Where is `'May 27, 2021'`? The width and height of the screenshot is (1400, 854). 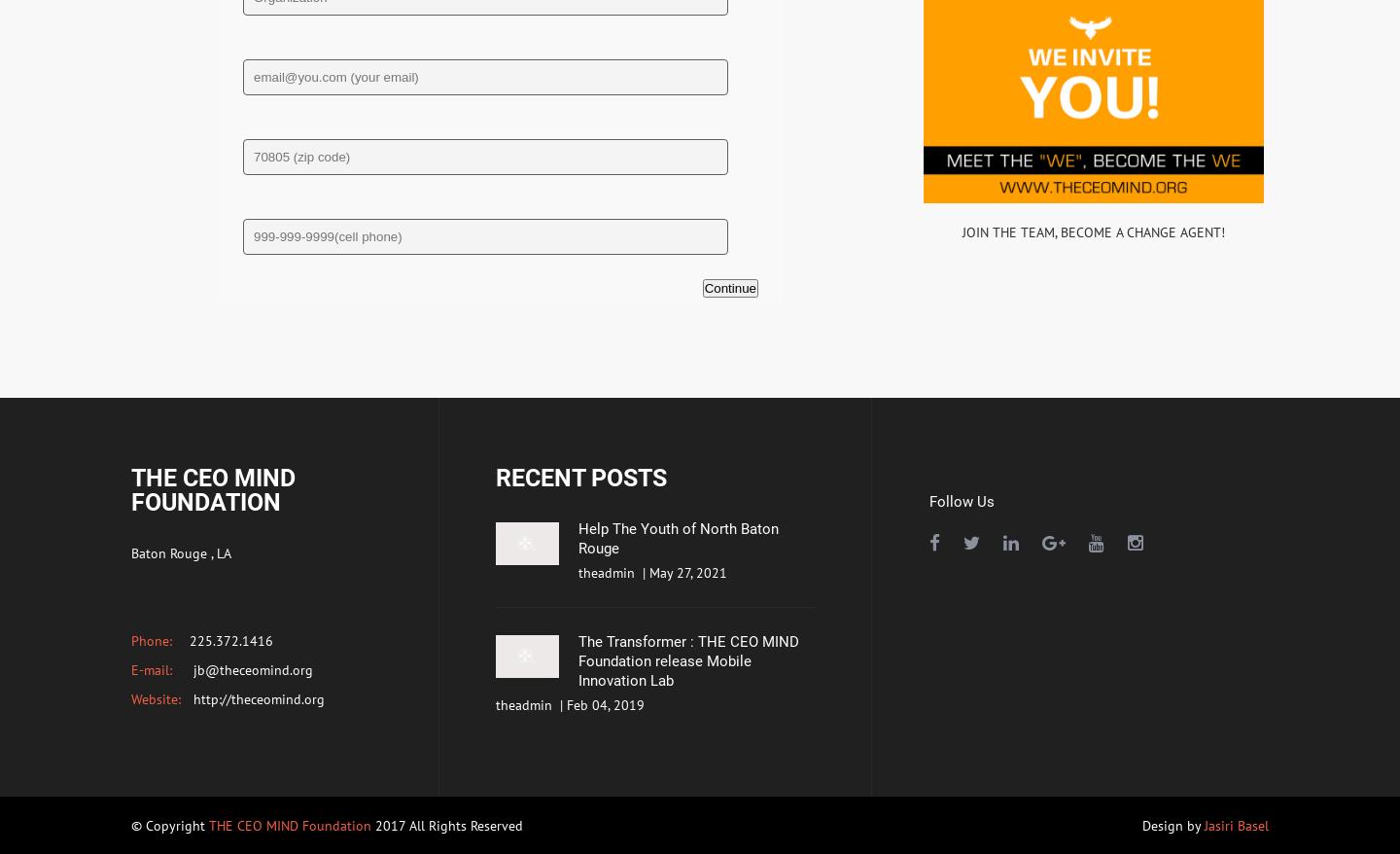 'May 27, 2021' is located at coordinates (688, 572).